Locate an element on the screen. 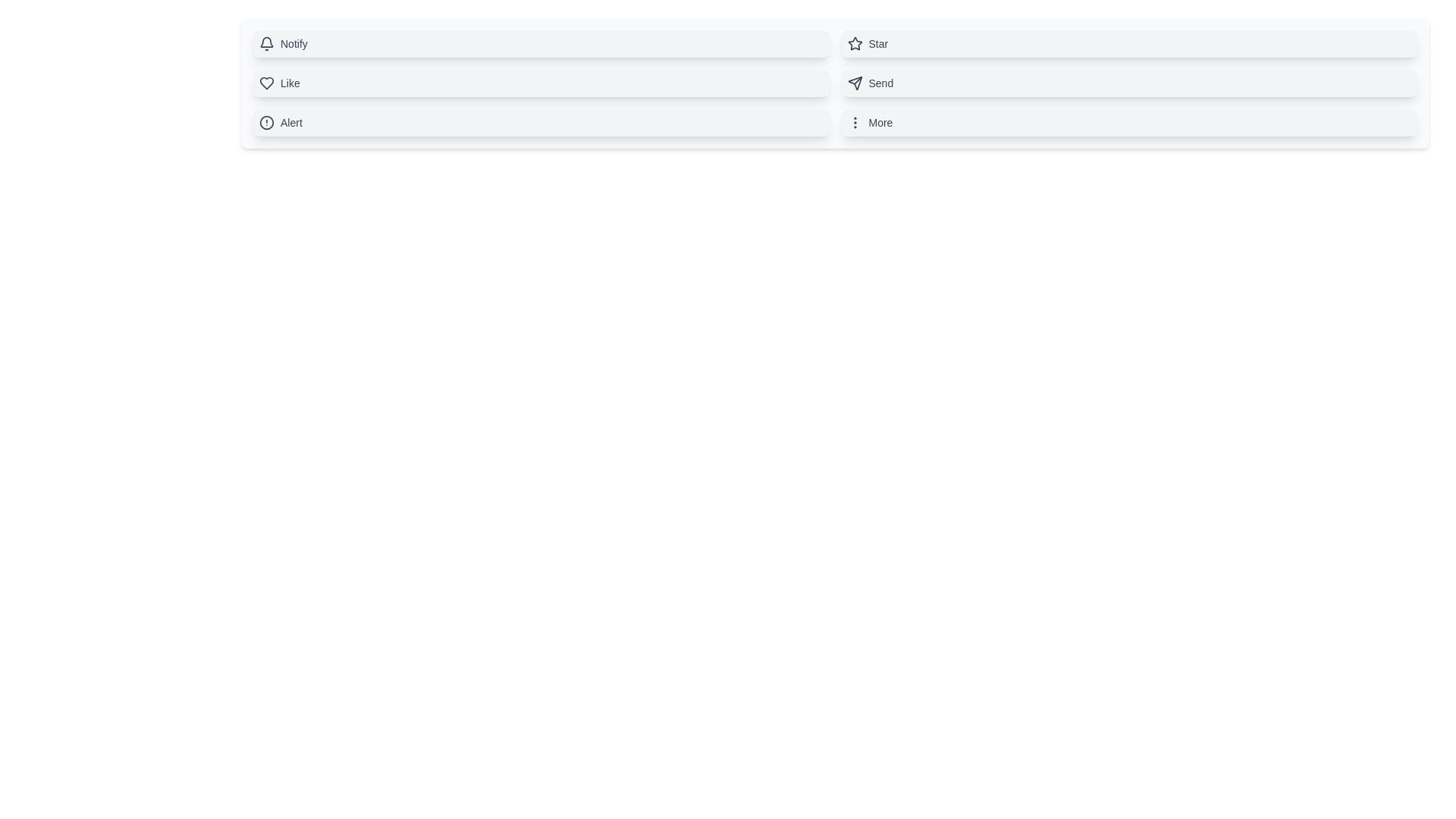  the Icon (SVG Ellipsis) located to the left of the text 'More' within the 'More' button at the bottom-right corner of the layout section is located at coordinates (855, 122).